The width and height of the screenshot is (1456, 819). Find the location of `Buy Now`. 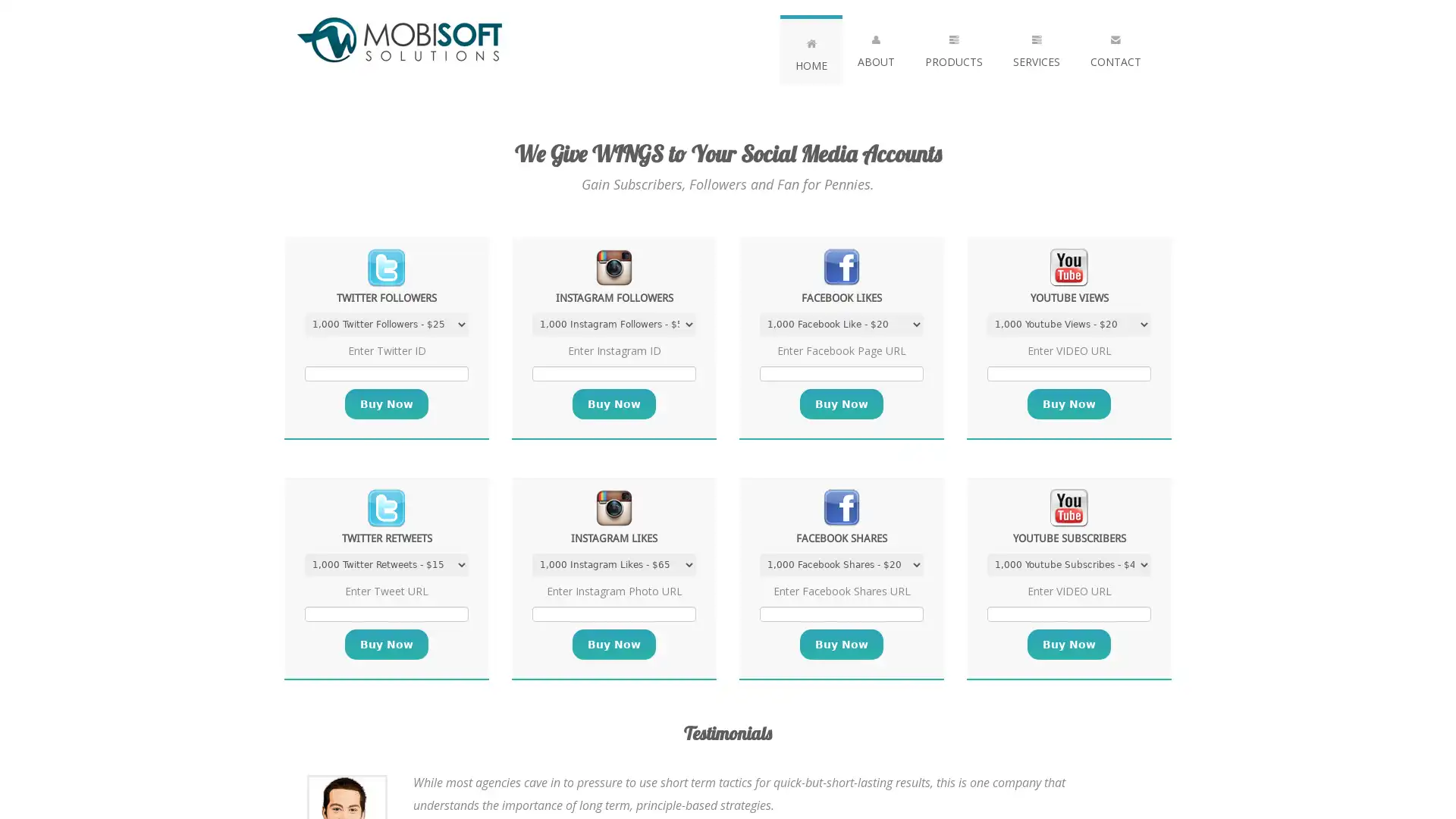

Buy Now is located at coordinates (614, 403).